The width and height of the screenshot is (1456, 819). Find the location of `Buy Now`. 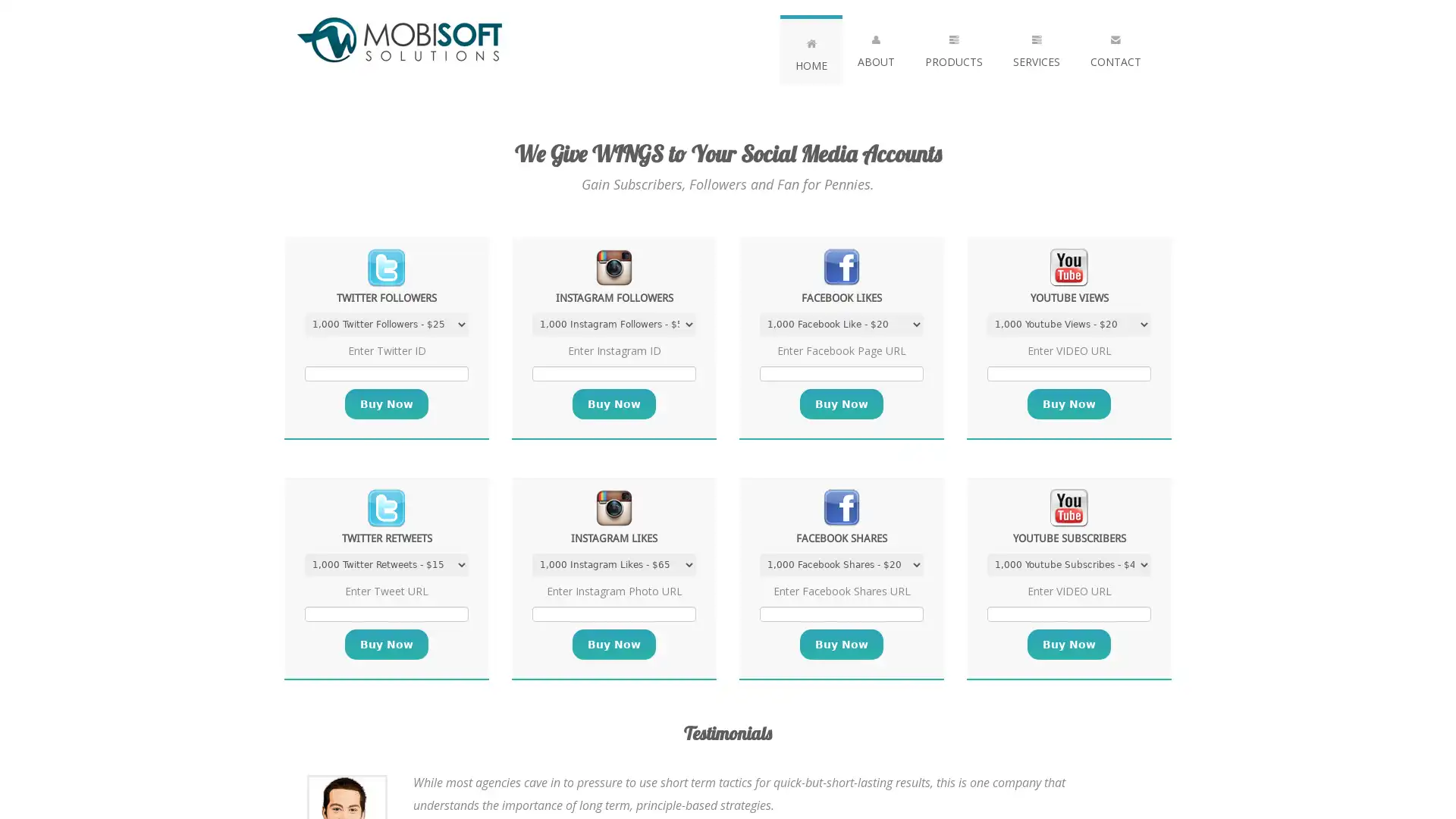

Buy Now is located at coordinates (614, 403).